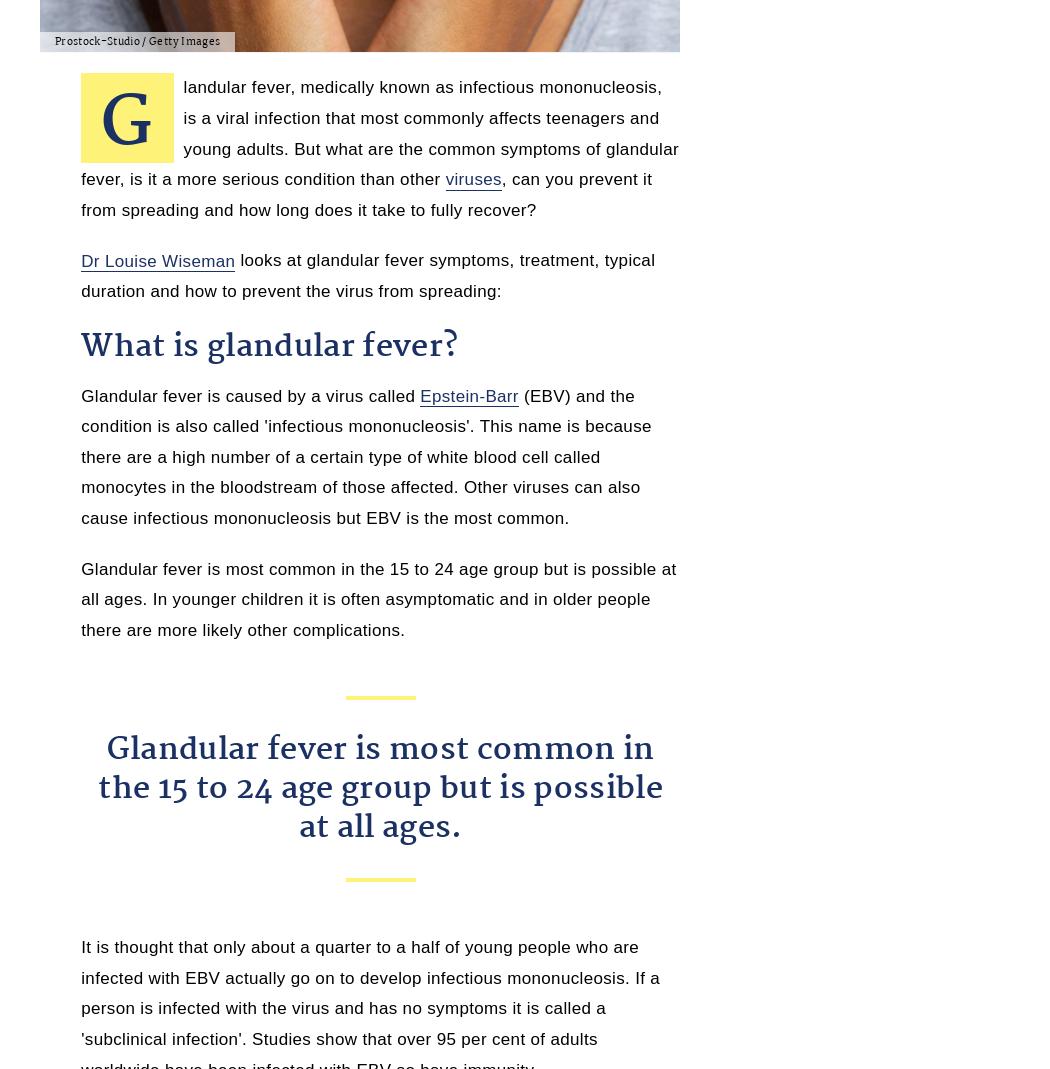  Describe the element at coordinates (80, 127) in the screenshot. I see `'Glandular fever, medically known as infectious mononucleosis, is a viral infection that most commonly affects teenagers and young adults. But what are the common symptoms of glandular fever, is it a more serious condition than other'` at that location.